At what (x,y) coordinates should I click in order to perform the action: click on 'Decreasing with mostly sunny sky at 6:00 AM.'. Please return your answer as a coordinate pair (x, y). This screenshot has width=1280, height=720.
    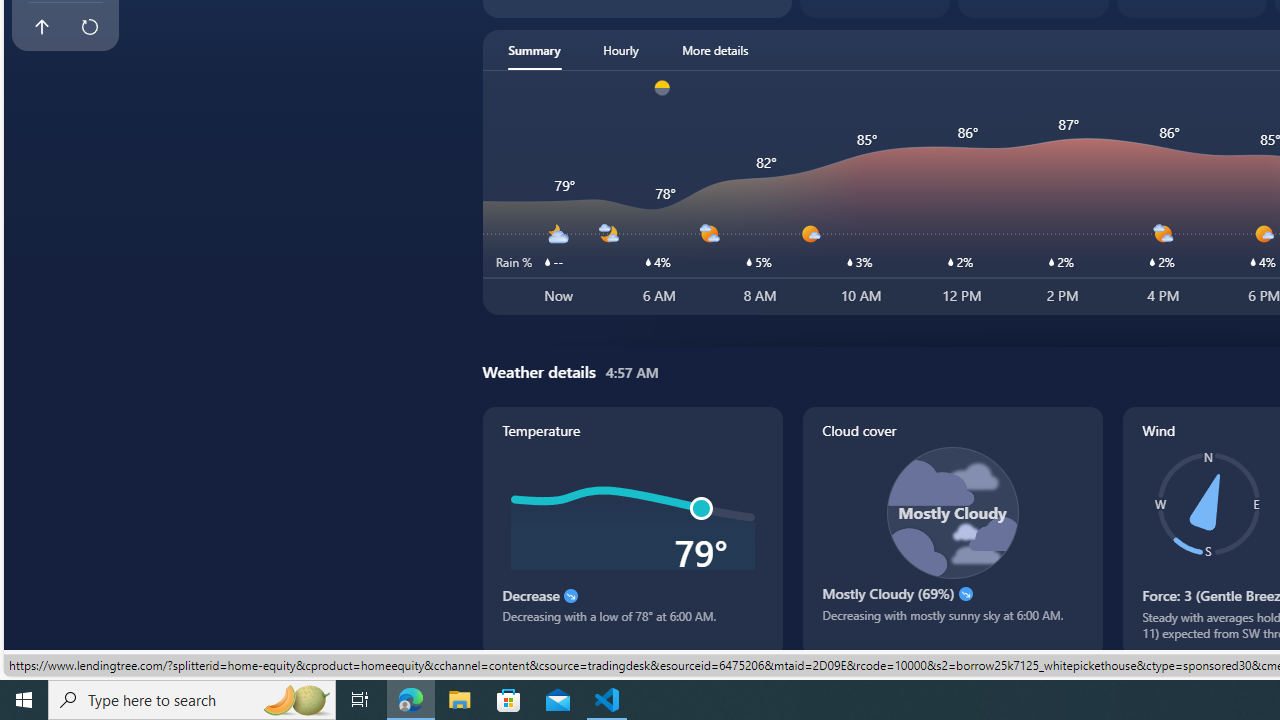
    Looking at the image, I should click on (951, 622).